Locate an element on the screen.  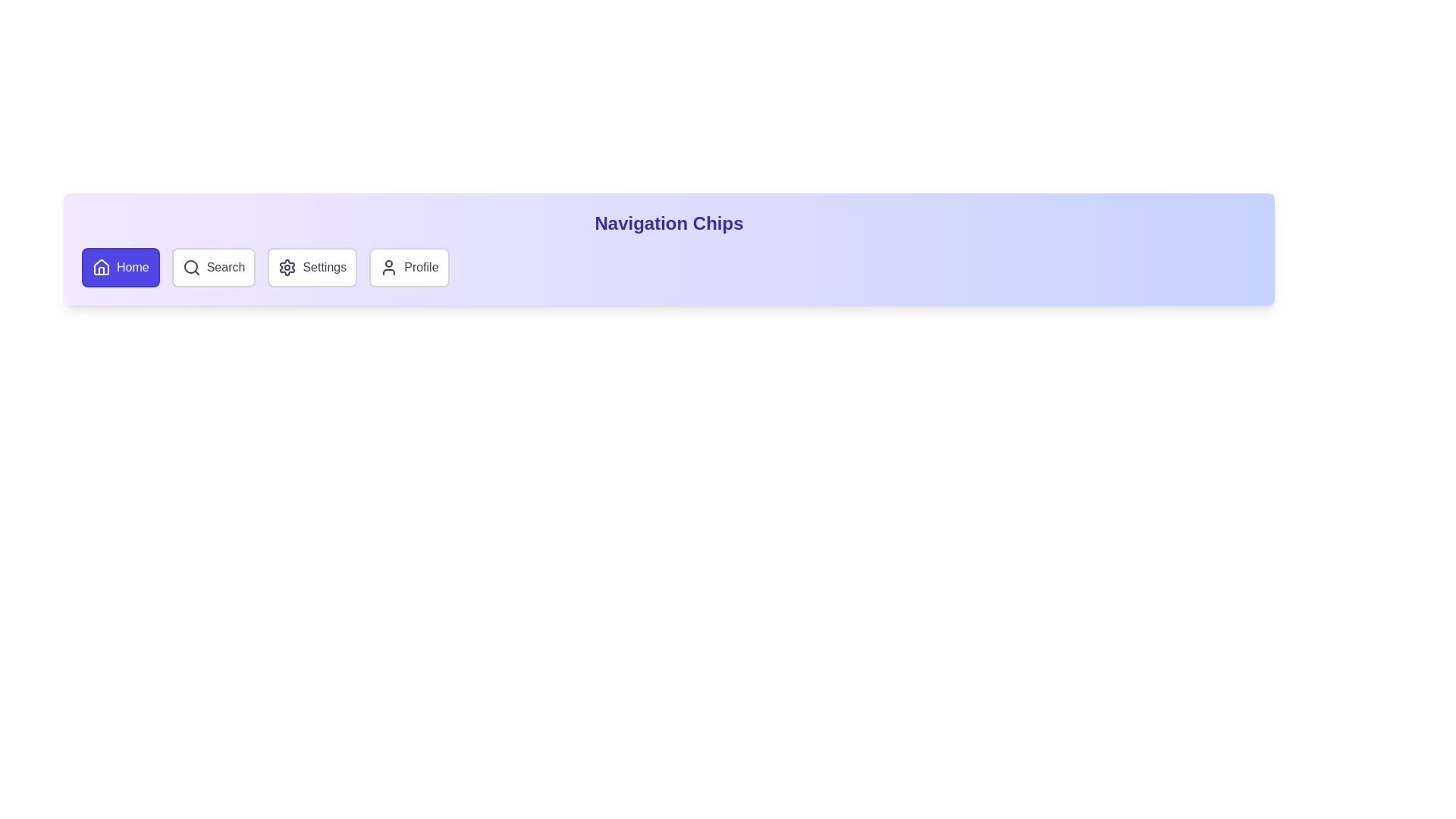
the icon of the chip labeled Home to activate it is located at coordinates (101, 267).